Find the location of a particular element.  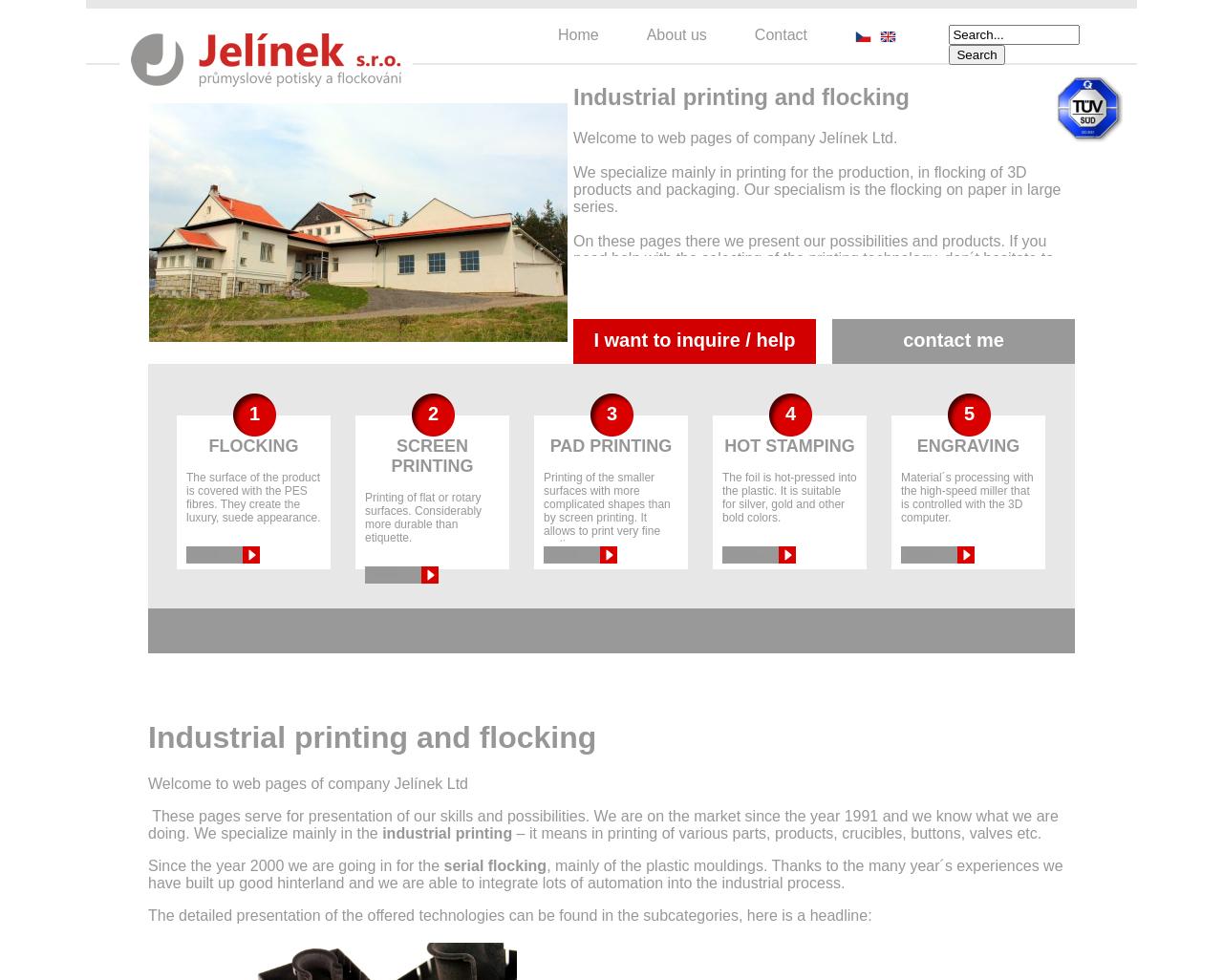

'serial flocking' is located at coordinates (495, 864).